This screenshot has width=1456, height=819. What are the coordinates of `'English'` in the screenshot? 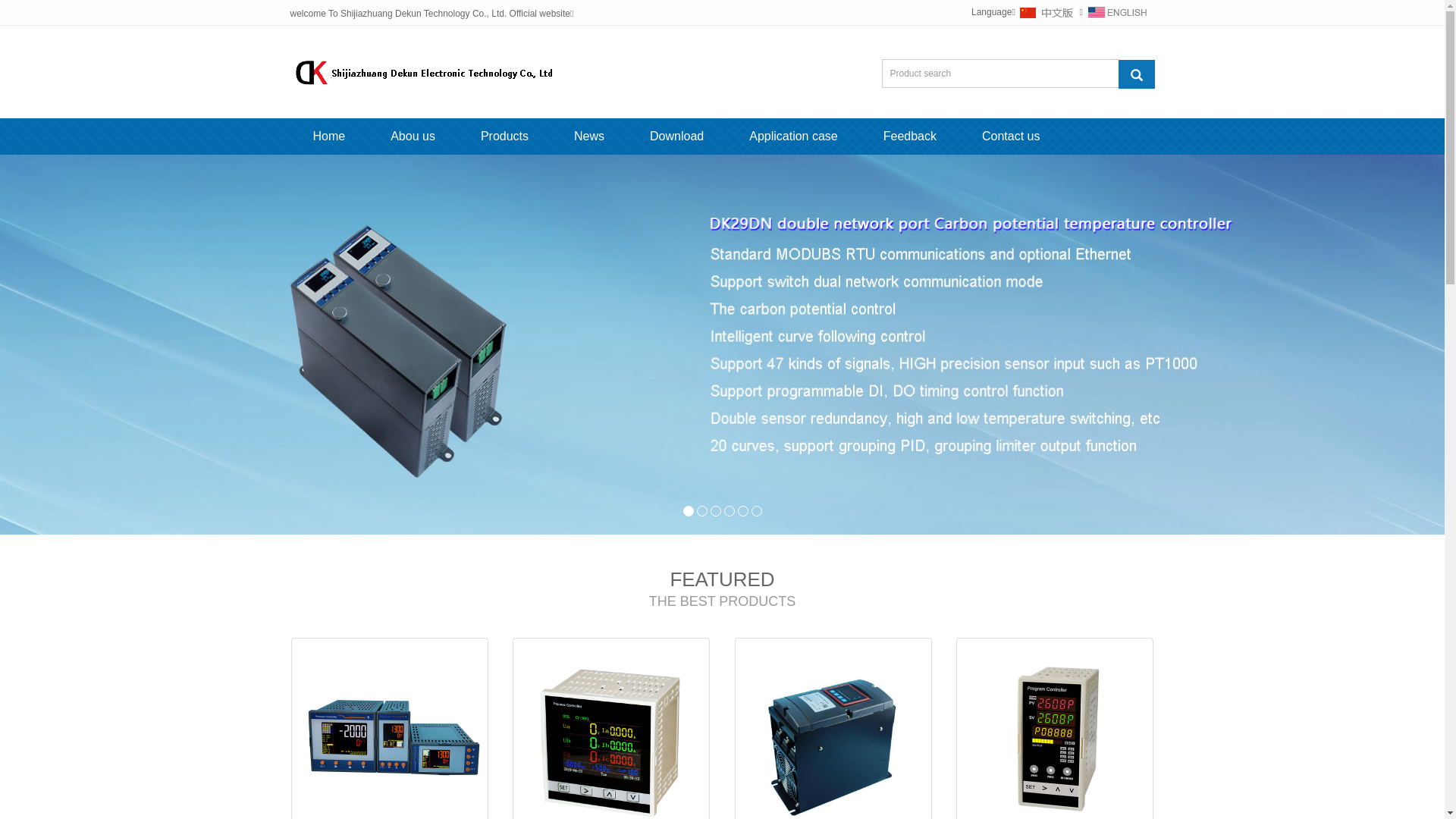 It's located at (1087, 11).